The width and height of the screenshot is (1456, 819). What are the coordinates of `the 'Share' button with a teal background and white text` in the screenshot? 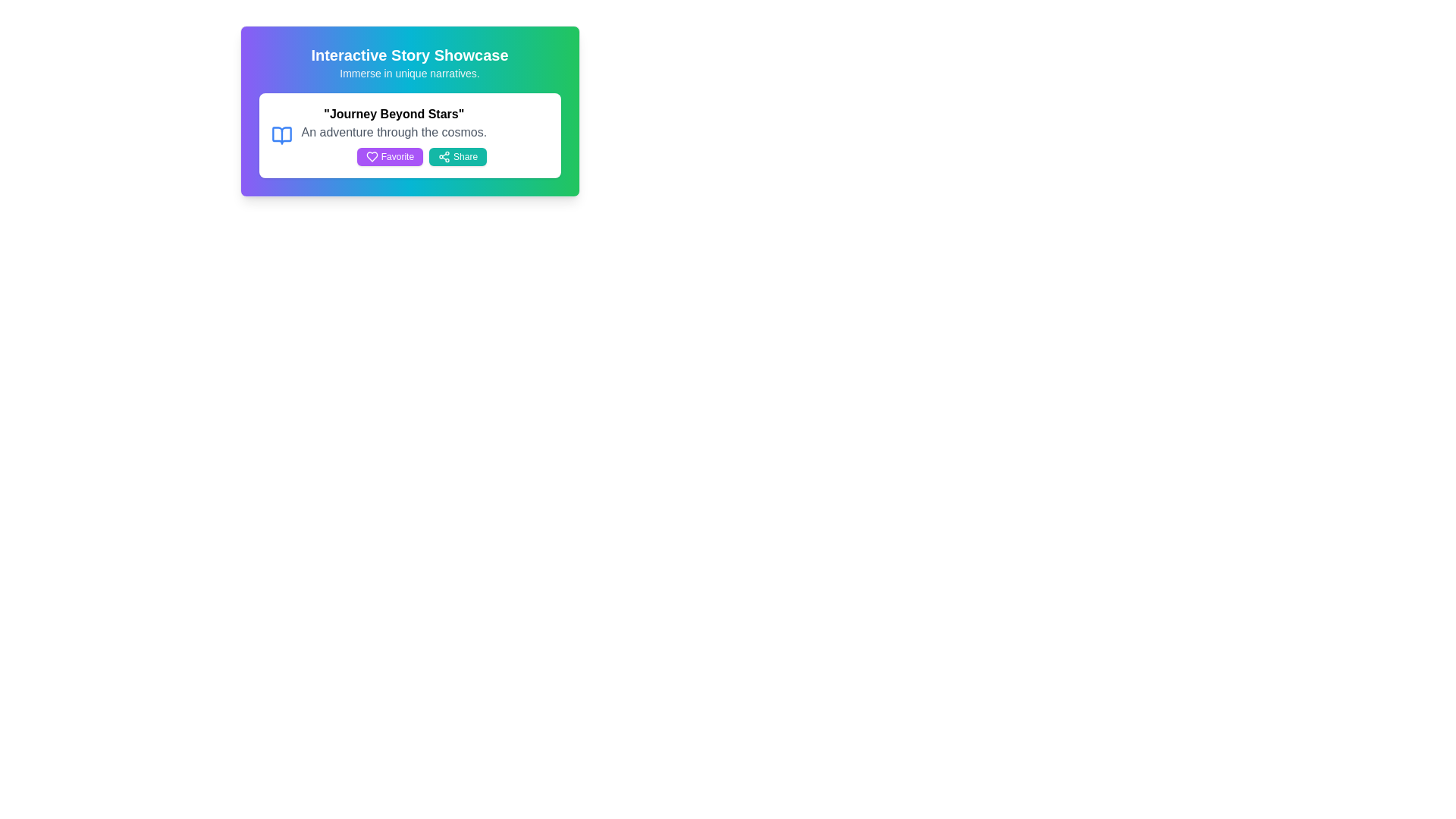 It's located at (457, 157).